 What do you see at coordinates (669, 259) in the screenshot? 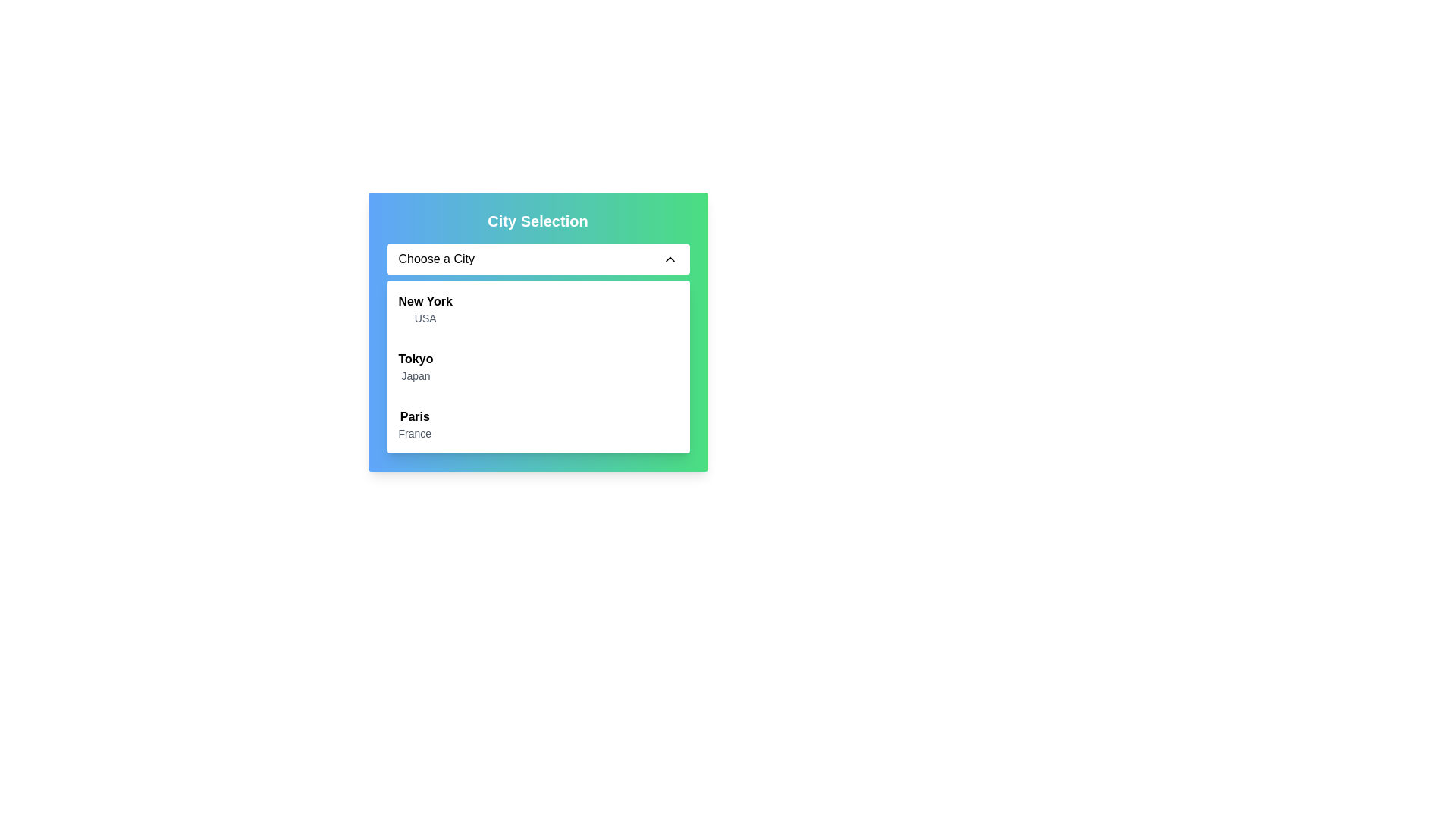
I see `the chevron icon located at the far-right side of the 'Choose a City' section` at bounding box center [669, 259].